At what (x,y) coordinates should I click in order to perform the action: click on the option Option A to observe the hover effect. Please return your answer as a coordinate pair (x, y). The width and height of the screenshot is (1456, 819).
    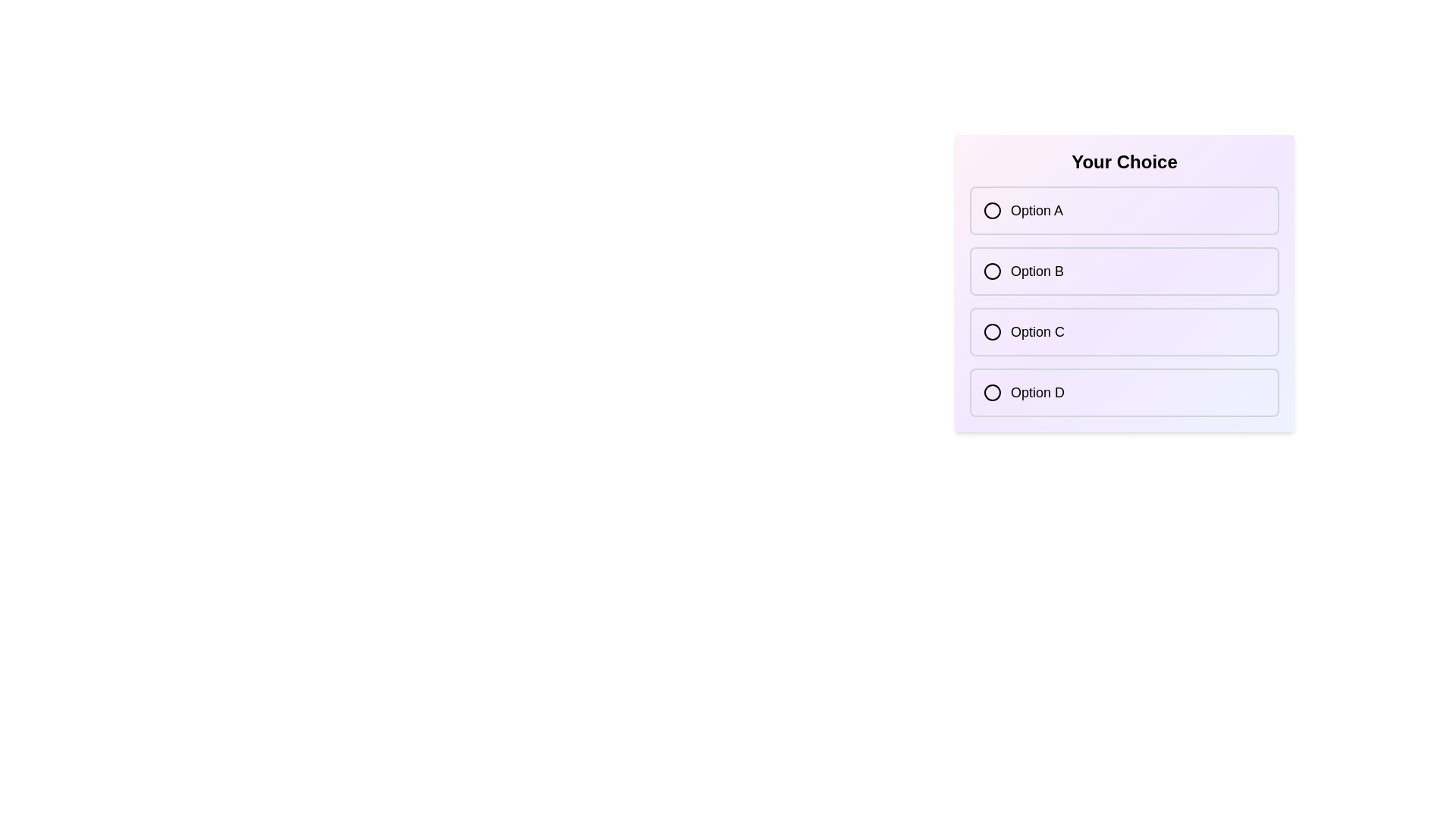
    Looking at the image, I should click on (1125, 210).